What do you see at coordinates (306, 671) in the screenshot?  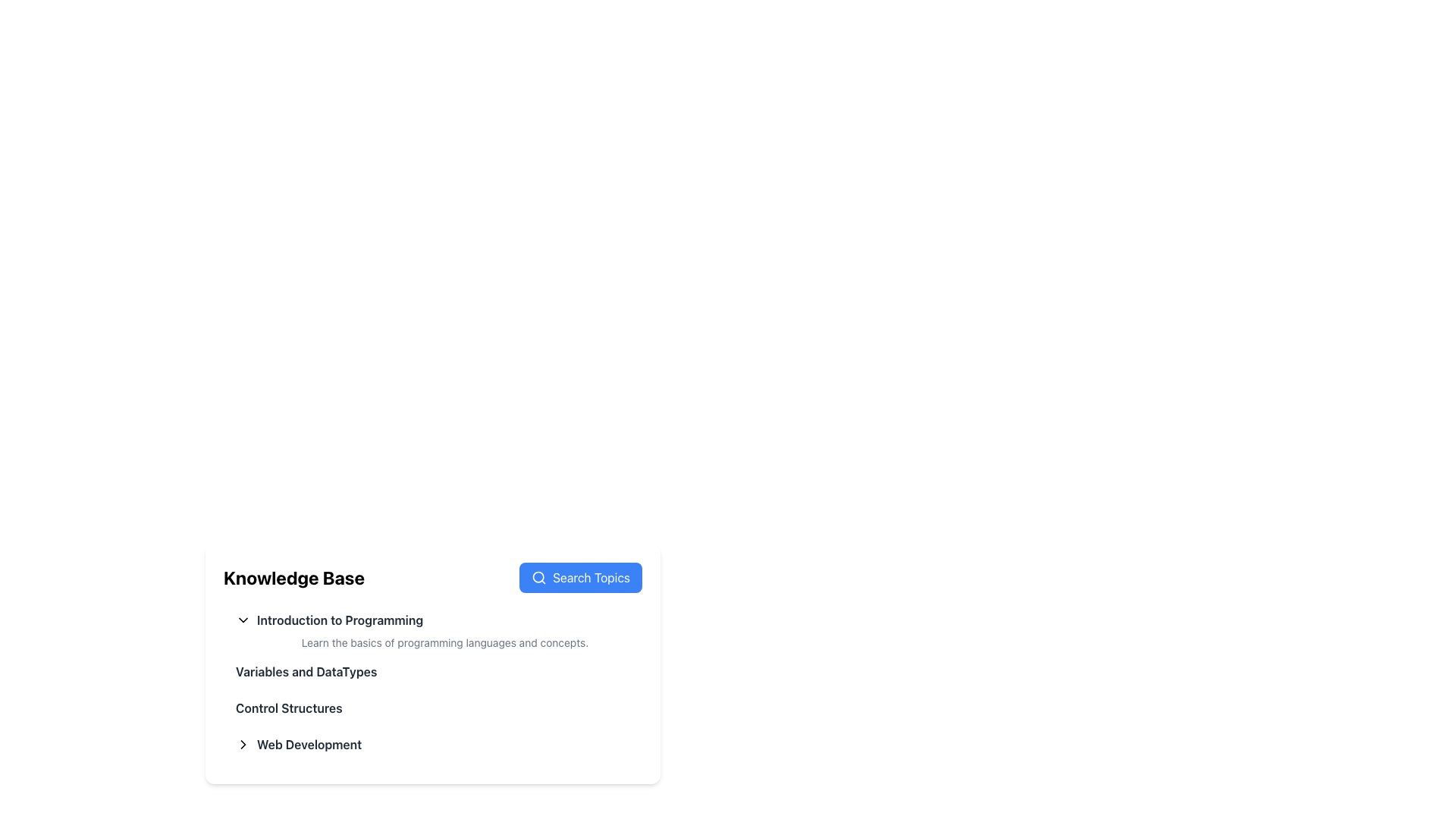 I see `the 'Variables and DataTypes' label in the Navigational List Item` at bounding box center [306, 671].